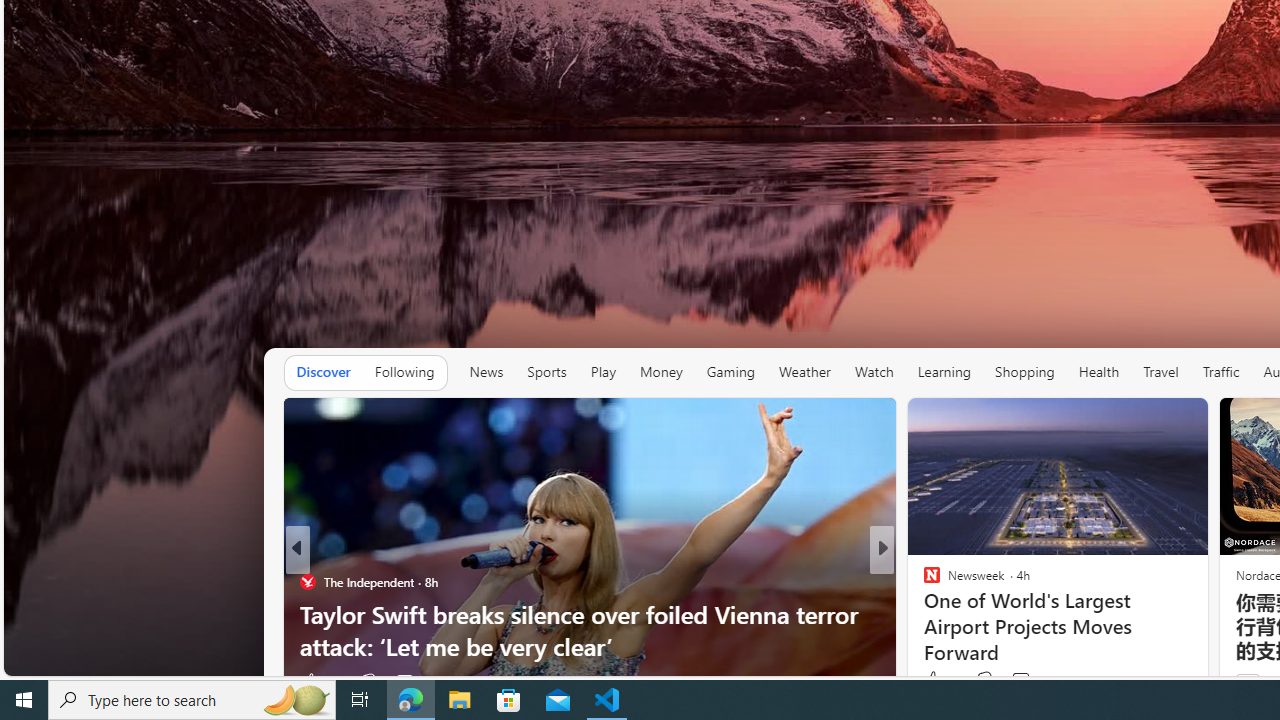 This screenshot has width=1280, height=720. What do you see at coordinates (1026, 680) in the screenshot?
I see `'View comments 2 Comment'` at bounding box center [1026, 680].